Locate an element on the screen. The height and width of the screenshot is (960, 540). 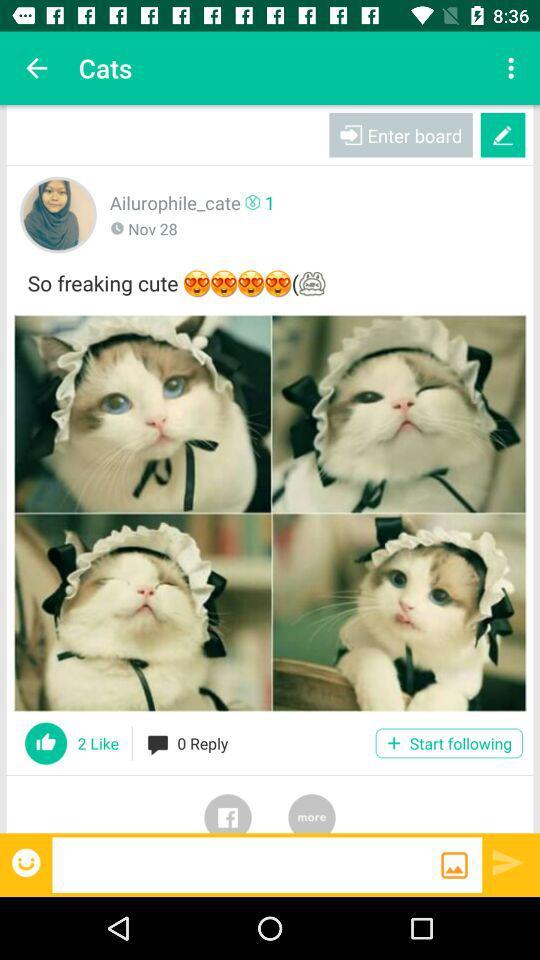
express emotions over post is located at coordinates (27, 861).